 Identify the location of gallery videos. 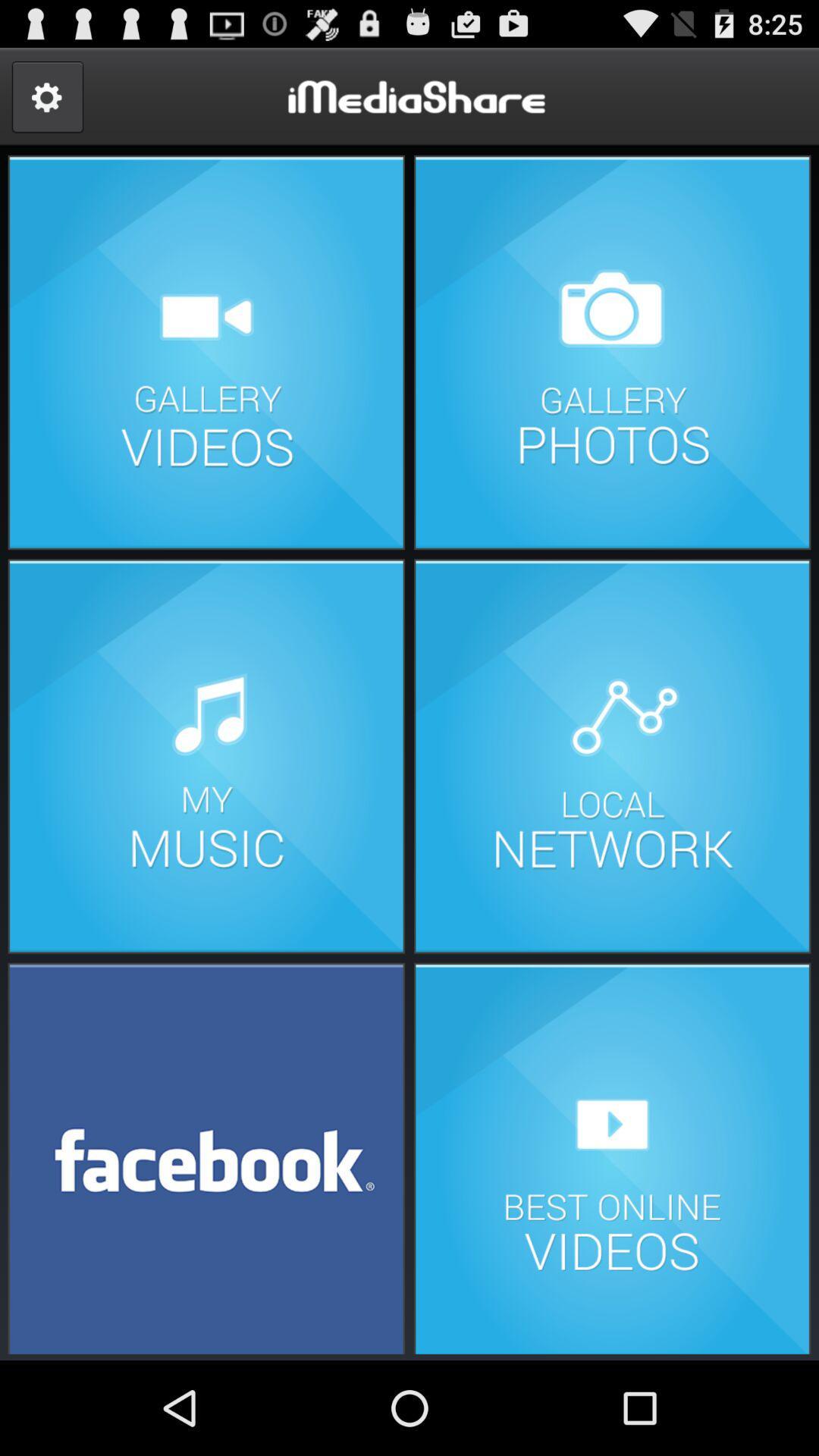
(206, 352).